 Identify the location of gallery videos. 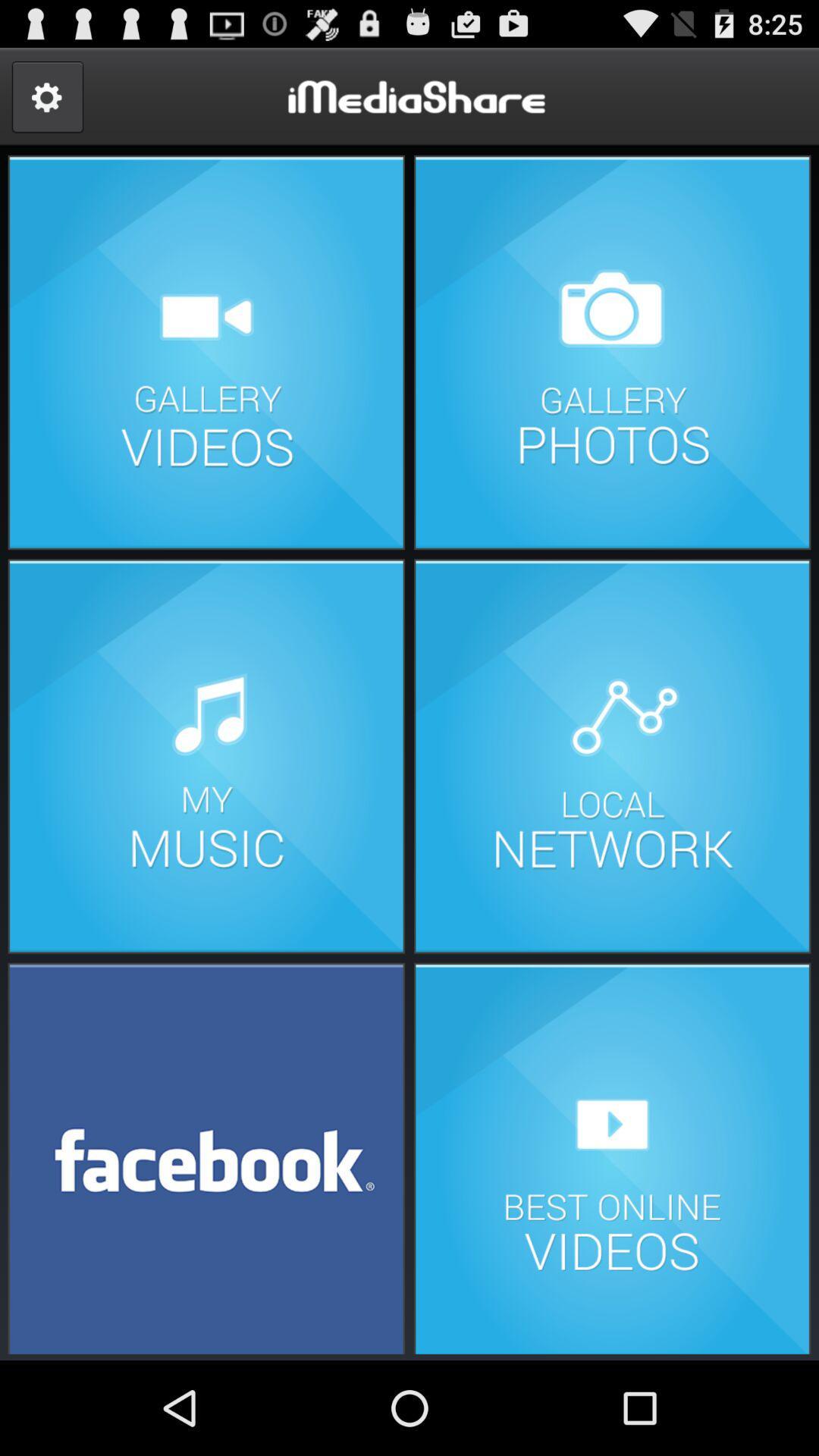
(206, 352).